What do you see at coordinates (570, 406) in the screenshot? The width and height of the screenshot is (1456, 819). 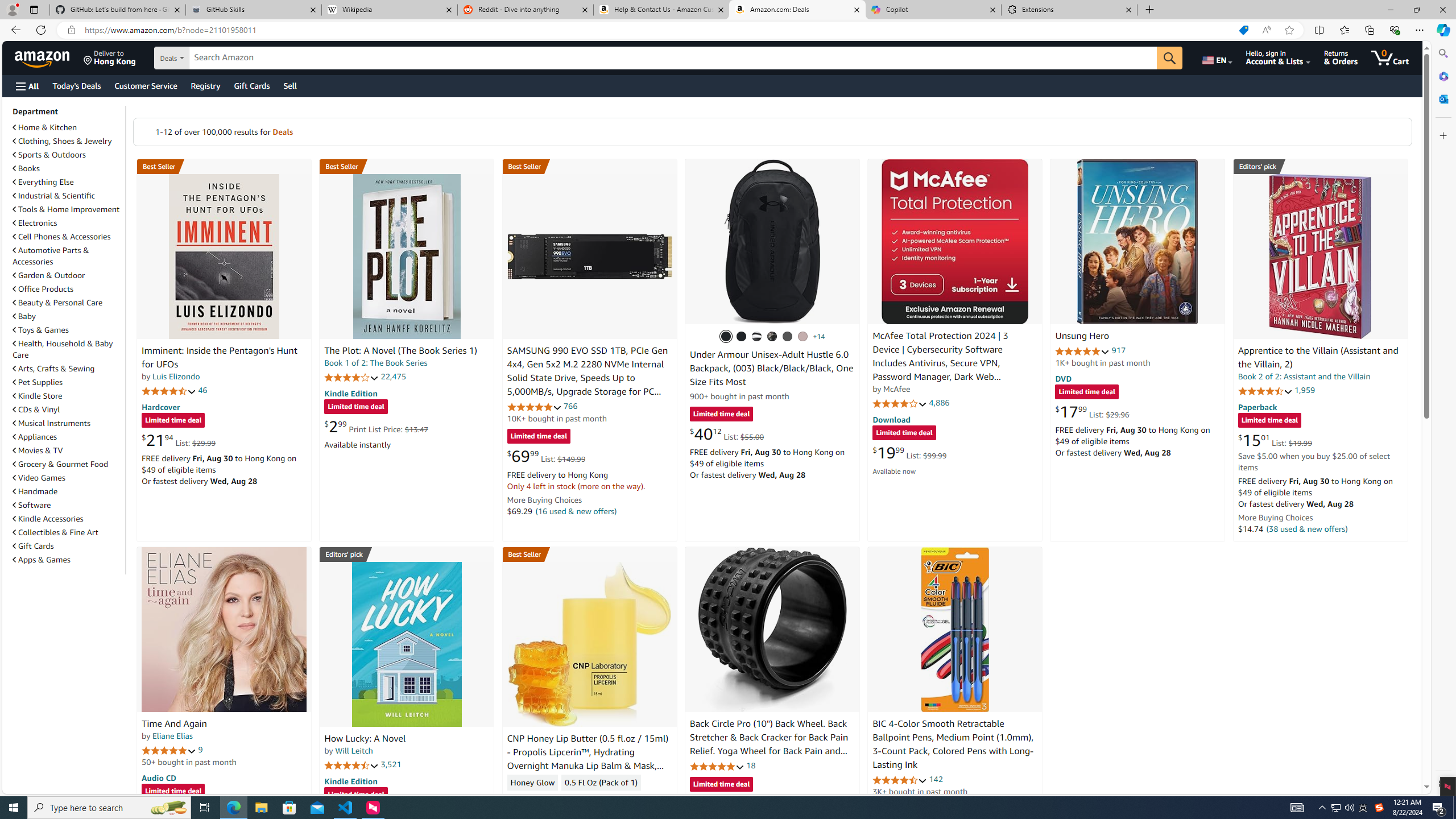 I see `'766'` at bounding box center [570, 406].